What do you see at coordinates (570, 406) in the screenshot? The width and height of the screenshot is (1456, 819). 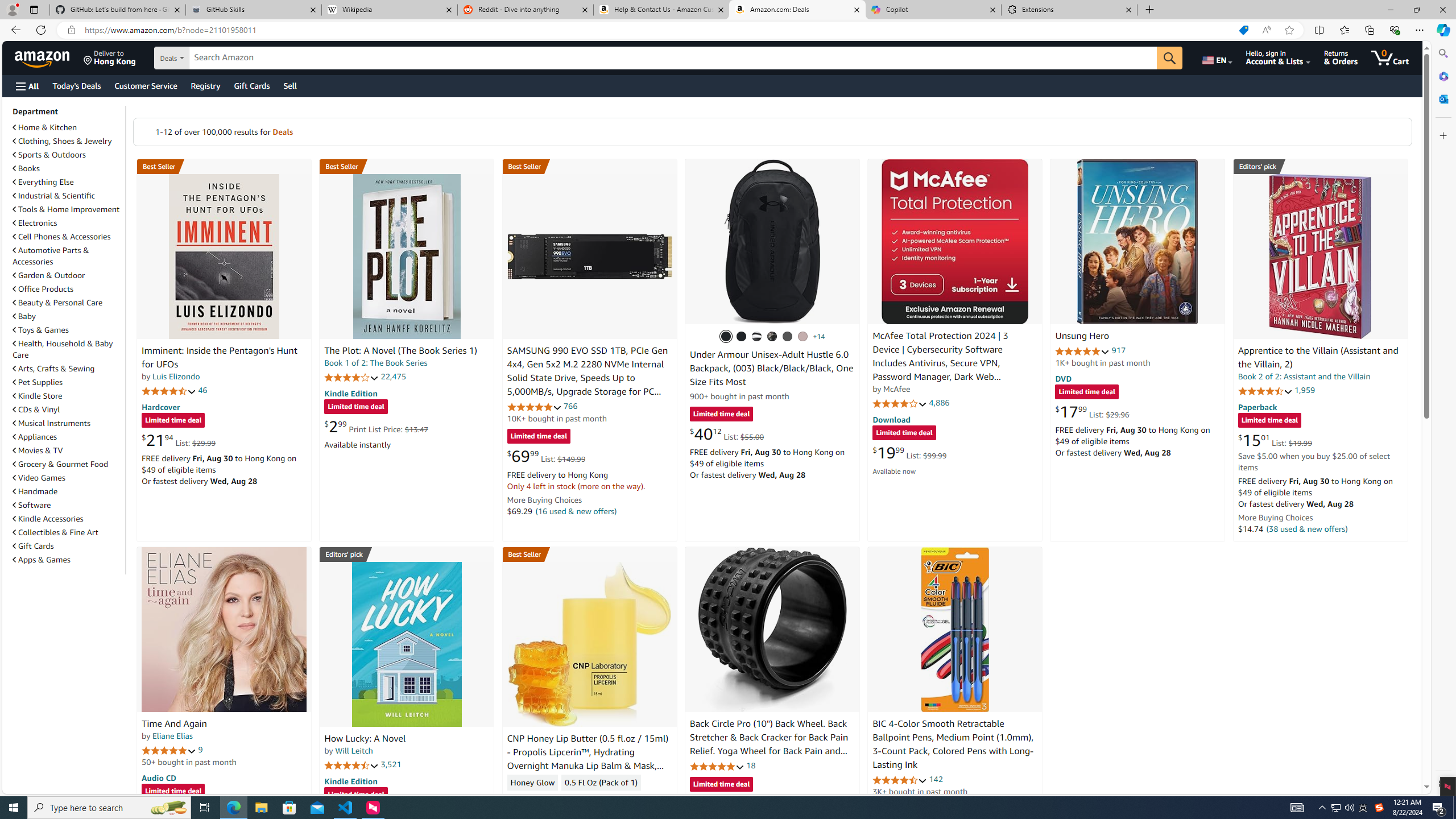 I see `'766'` at bounding box center [570, 406].